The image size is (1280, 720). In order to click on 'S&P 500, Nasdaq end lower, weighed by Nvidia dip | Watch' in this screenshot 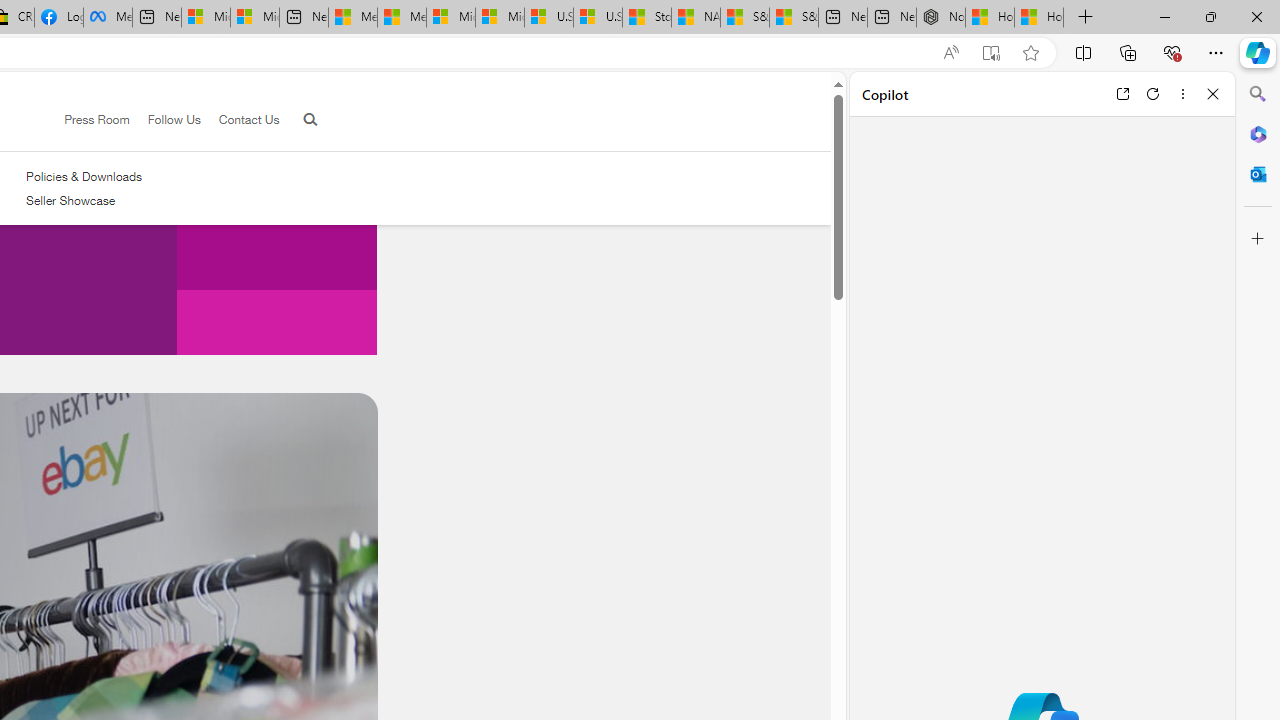, I will do `click(793, 17)`.